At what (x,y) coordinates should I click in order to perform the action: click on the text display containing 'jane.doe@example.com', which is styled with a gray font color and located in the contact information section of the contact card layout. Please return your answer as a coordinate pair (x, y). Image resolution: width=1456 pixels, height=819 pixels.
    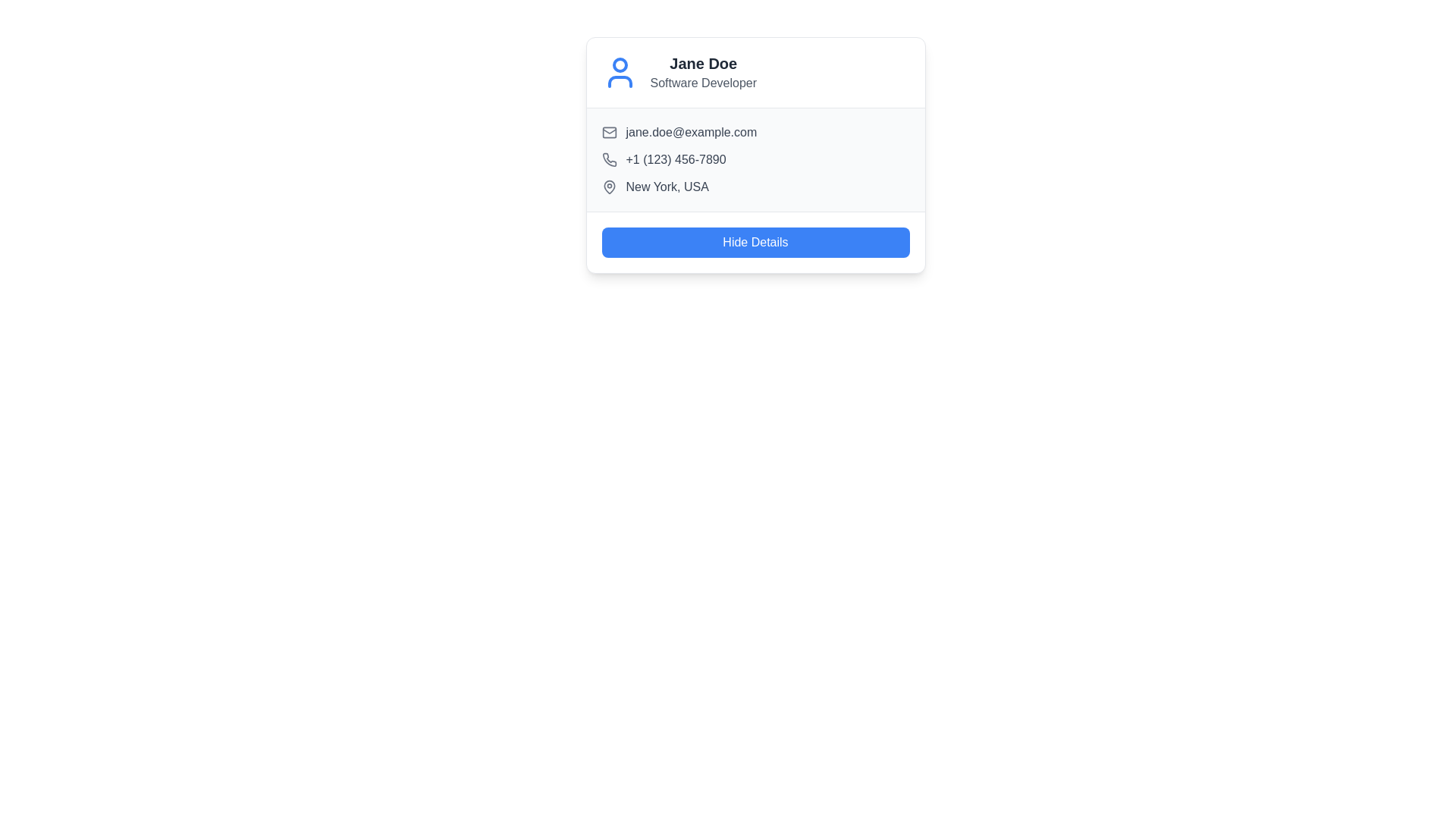
    Looking at the image, I should click on (690, 131).